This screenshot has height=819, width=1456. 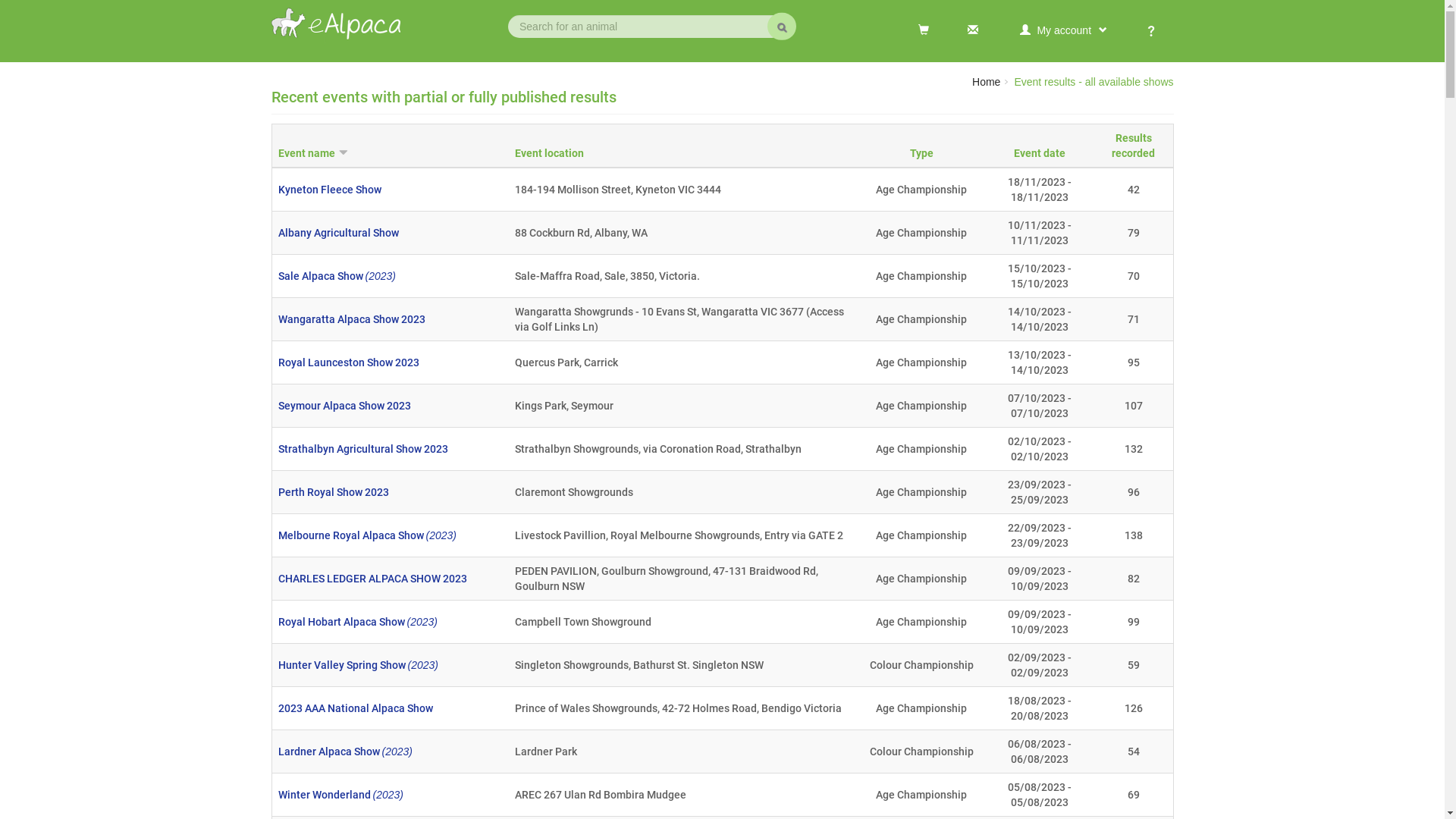 I want to click on 'Wangaratta Alpaca Show 2023', so click(x=350, y=318).